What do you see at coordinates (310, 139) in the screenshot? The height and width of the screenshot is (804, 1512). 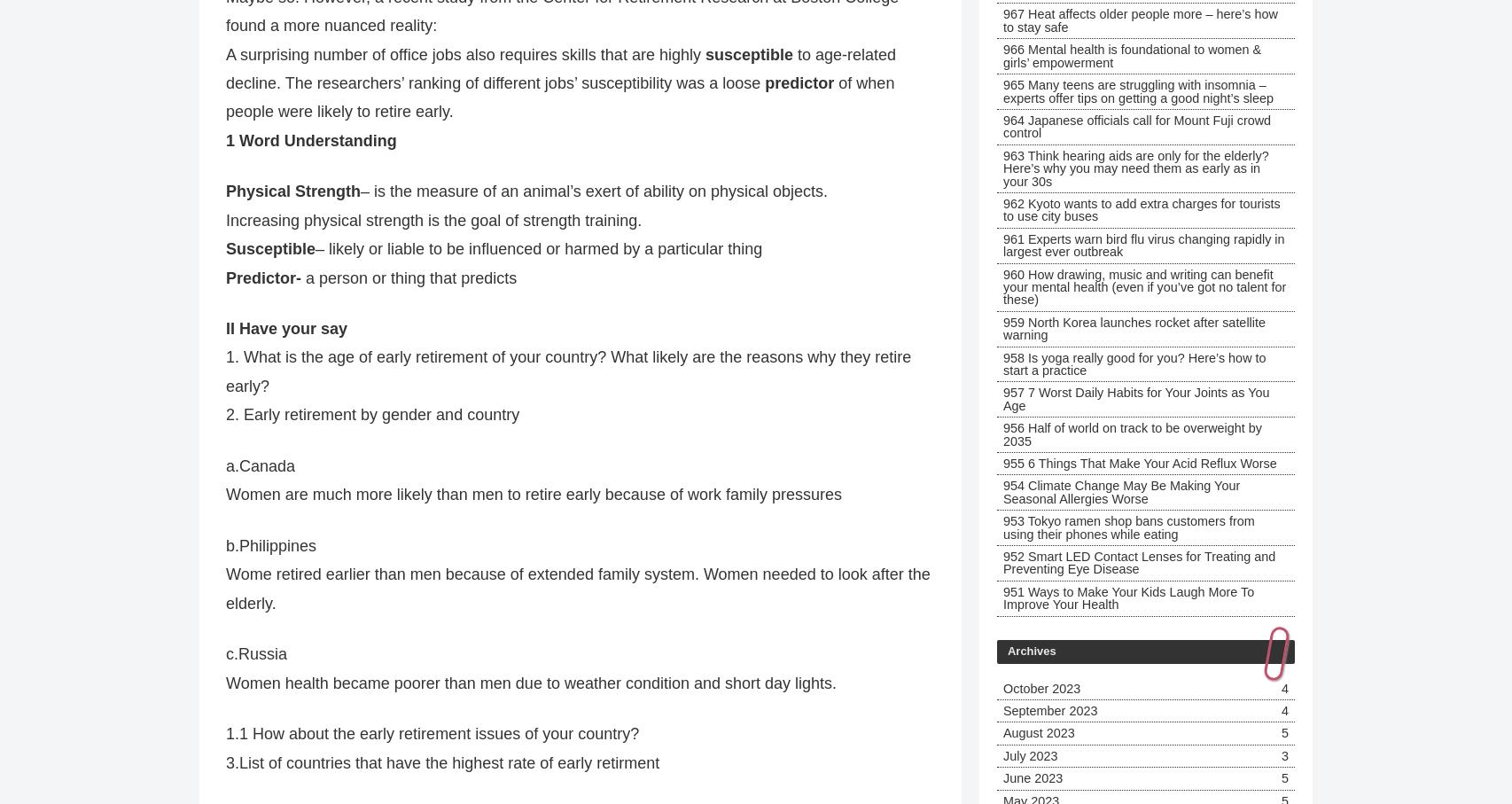 I see `'1 Word Understanding'` at bounding box center [310, 139].